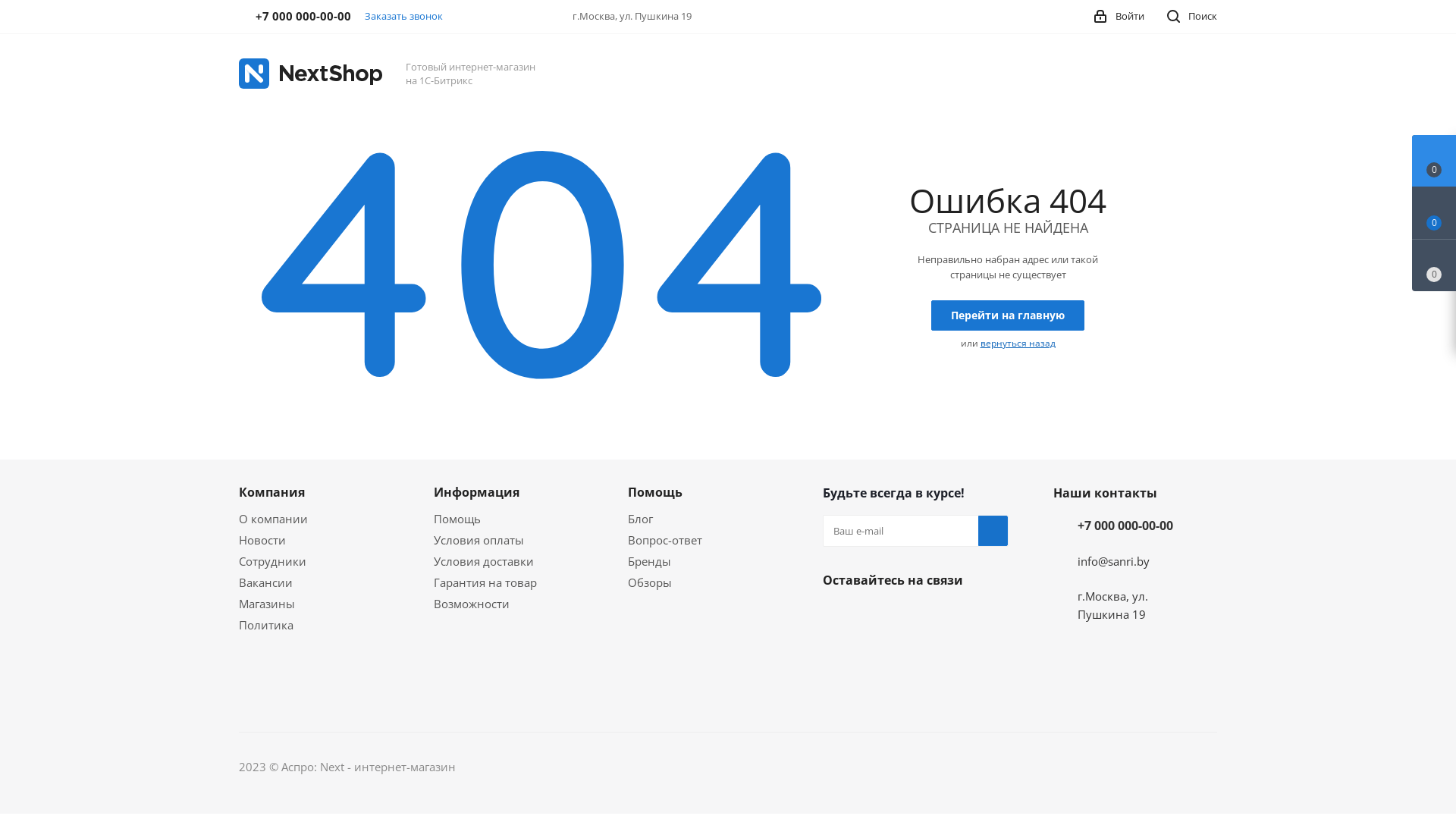 The height and width of the screenshot is (819, 1456). Describe the element at coordinates (950, 652) in the screenshot. I see `'Google Plus'` at that location.